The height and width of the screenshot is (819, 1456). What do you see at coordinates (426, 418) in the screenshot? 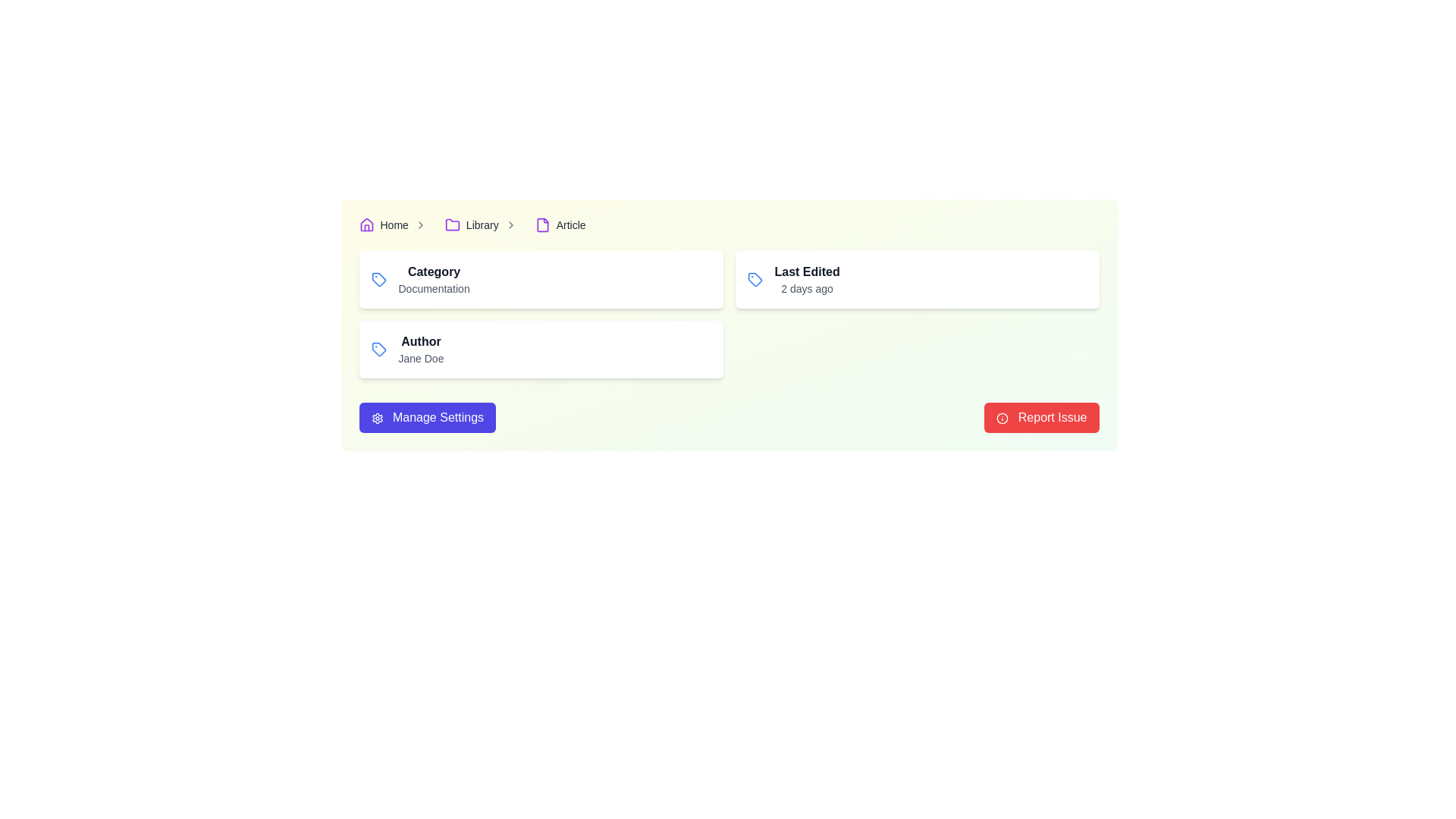
I see `the 'Manage Settings' button which is a rectangular button with a dark indigo background and white text, located in the lower-left side of the panel` at bounding box center [426, 418].